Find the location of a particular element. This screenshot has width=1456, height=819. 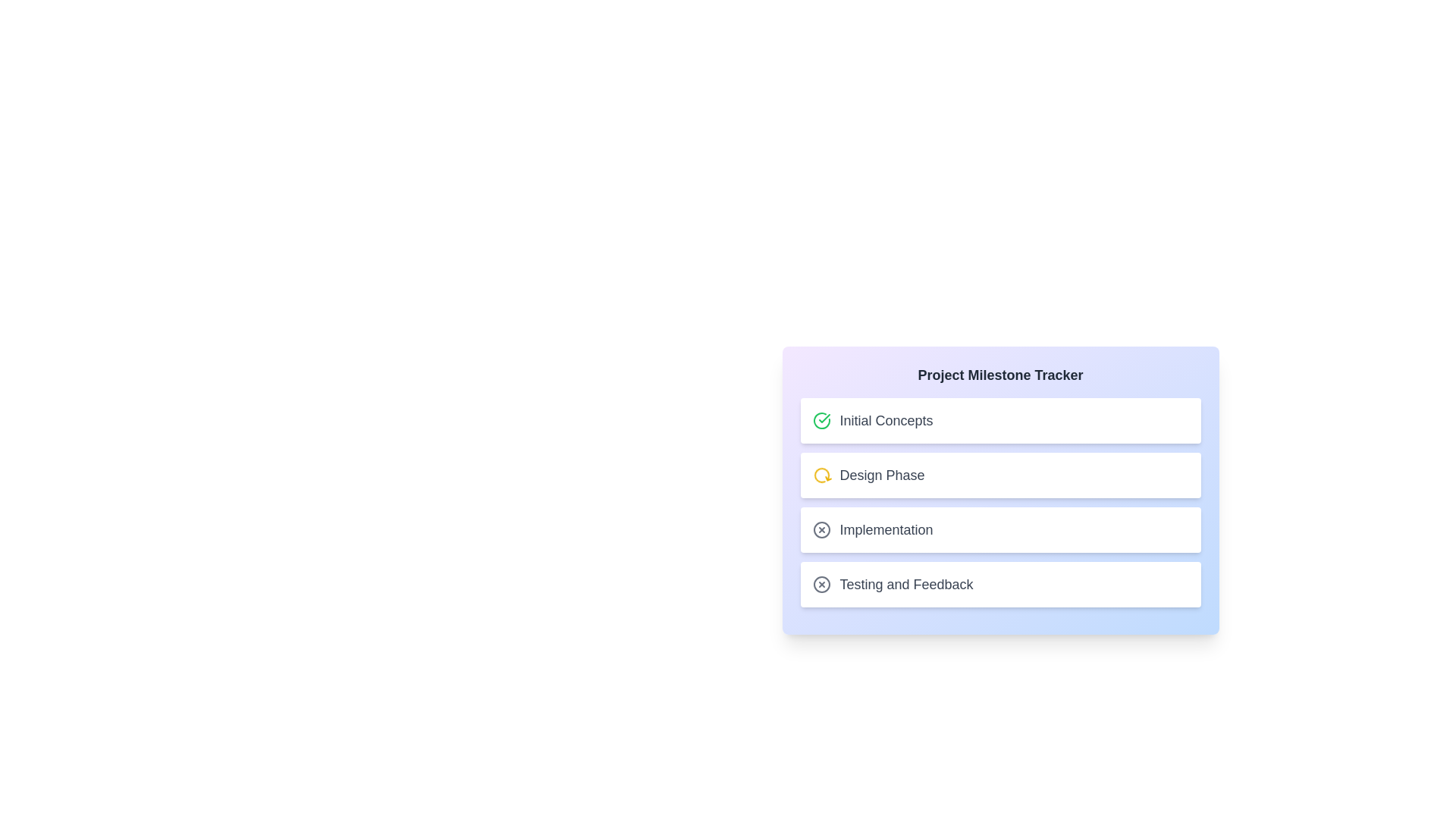

the text label 'Initial Concepts' which is part of the milestone tracker, styled in gray bold font, located at the top left section of the milestone list, adjacent to a green check icon is located at coordinates (886, 421).